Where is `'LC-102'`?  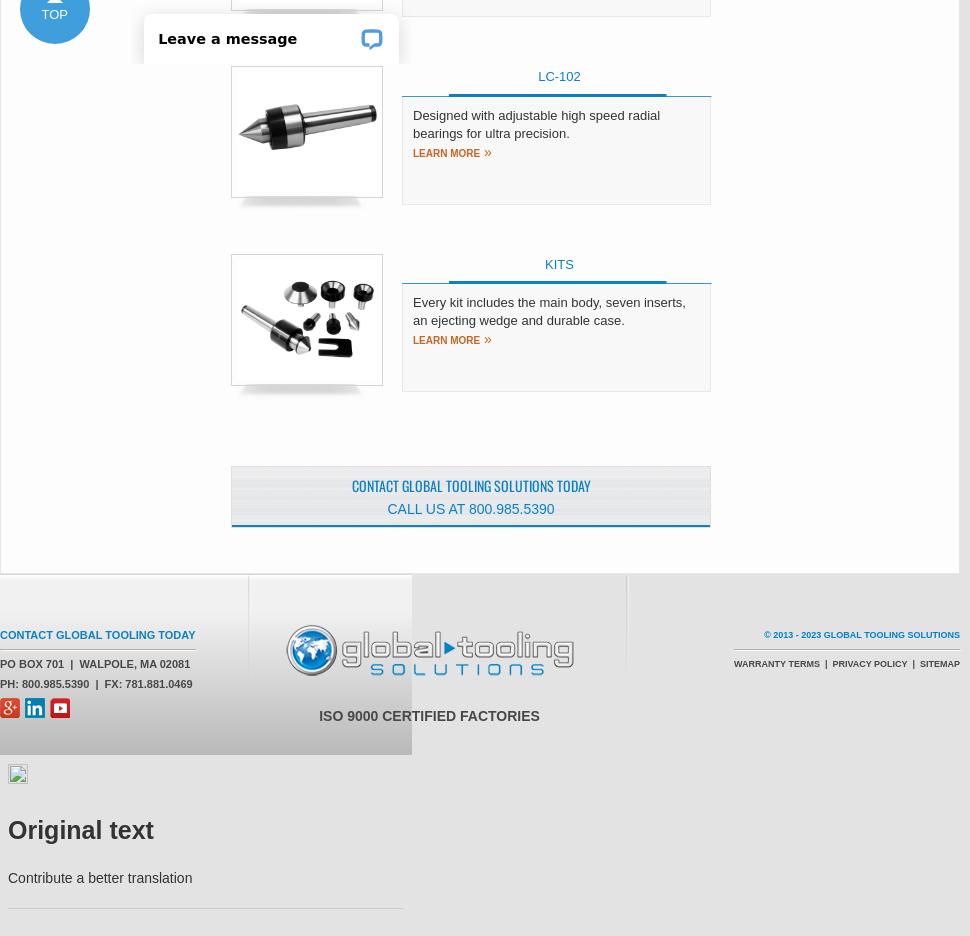 'LC-102' is located at coordinates (558, 76).